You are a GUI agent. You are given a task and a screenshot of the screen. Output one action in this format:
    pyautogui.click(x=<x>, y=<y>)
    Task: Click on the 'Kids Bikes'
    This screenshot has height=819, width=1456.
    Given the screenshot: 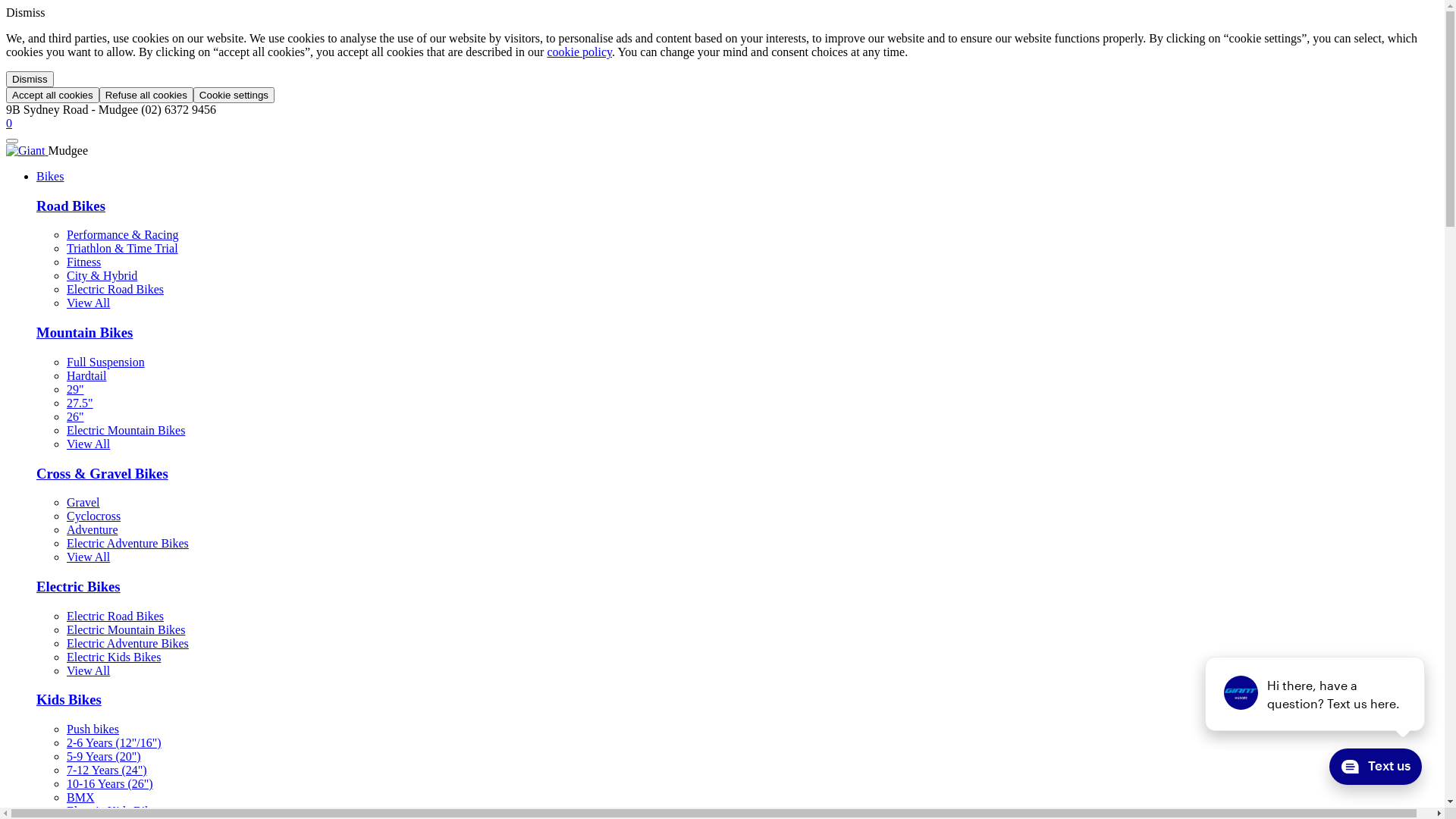 What is the action you would take?
    pyautogui.click(x=68, y=699)
    